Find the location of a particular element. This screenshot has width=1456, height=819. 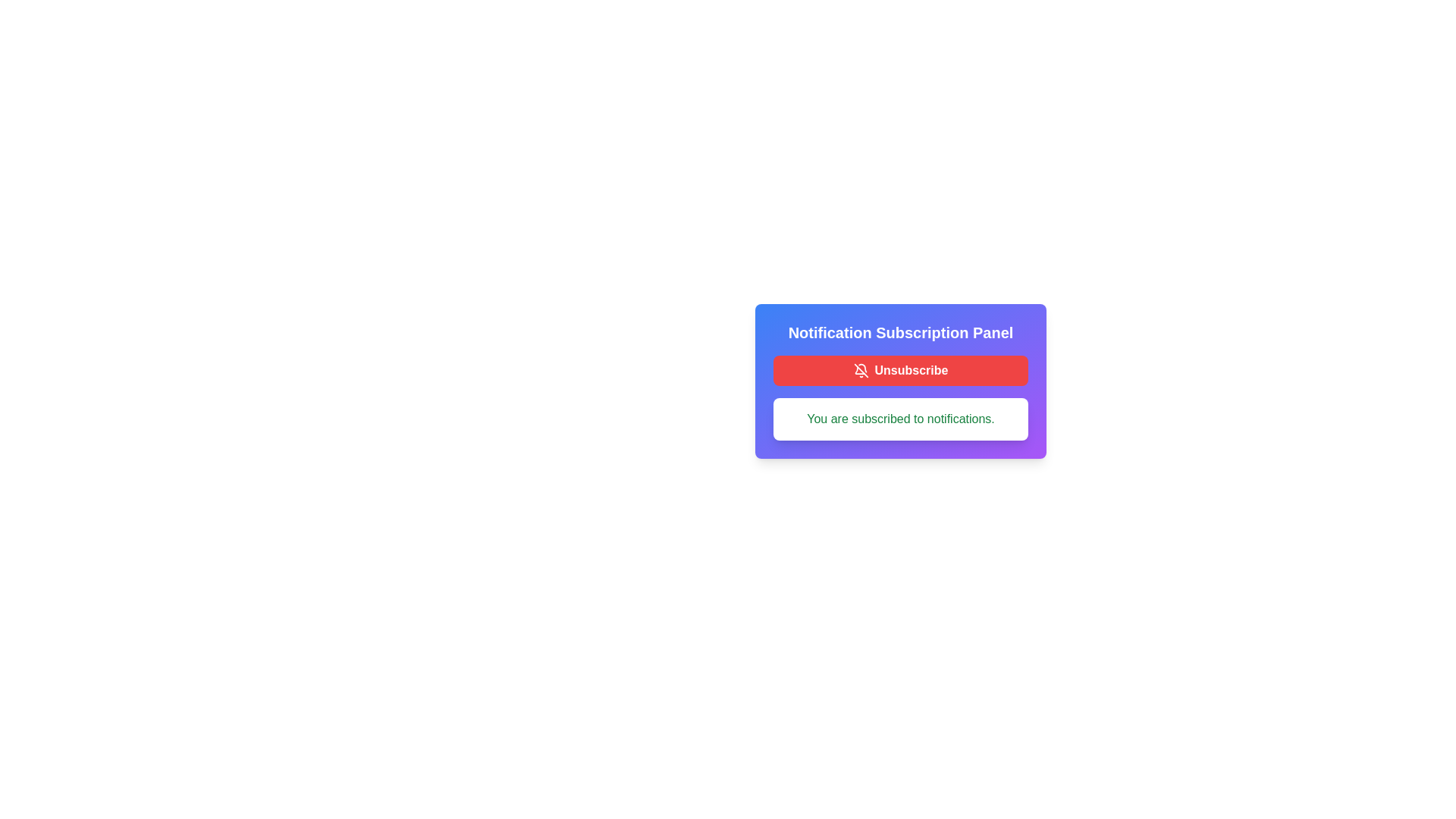

the Static Text Element that displays the user's subscription status, located beneath the red 'Unsubscribe' button in the 'Notification Subscription Panel' is located at coordinates (901, 419).